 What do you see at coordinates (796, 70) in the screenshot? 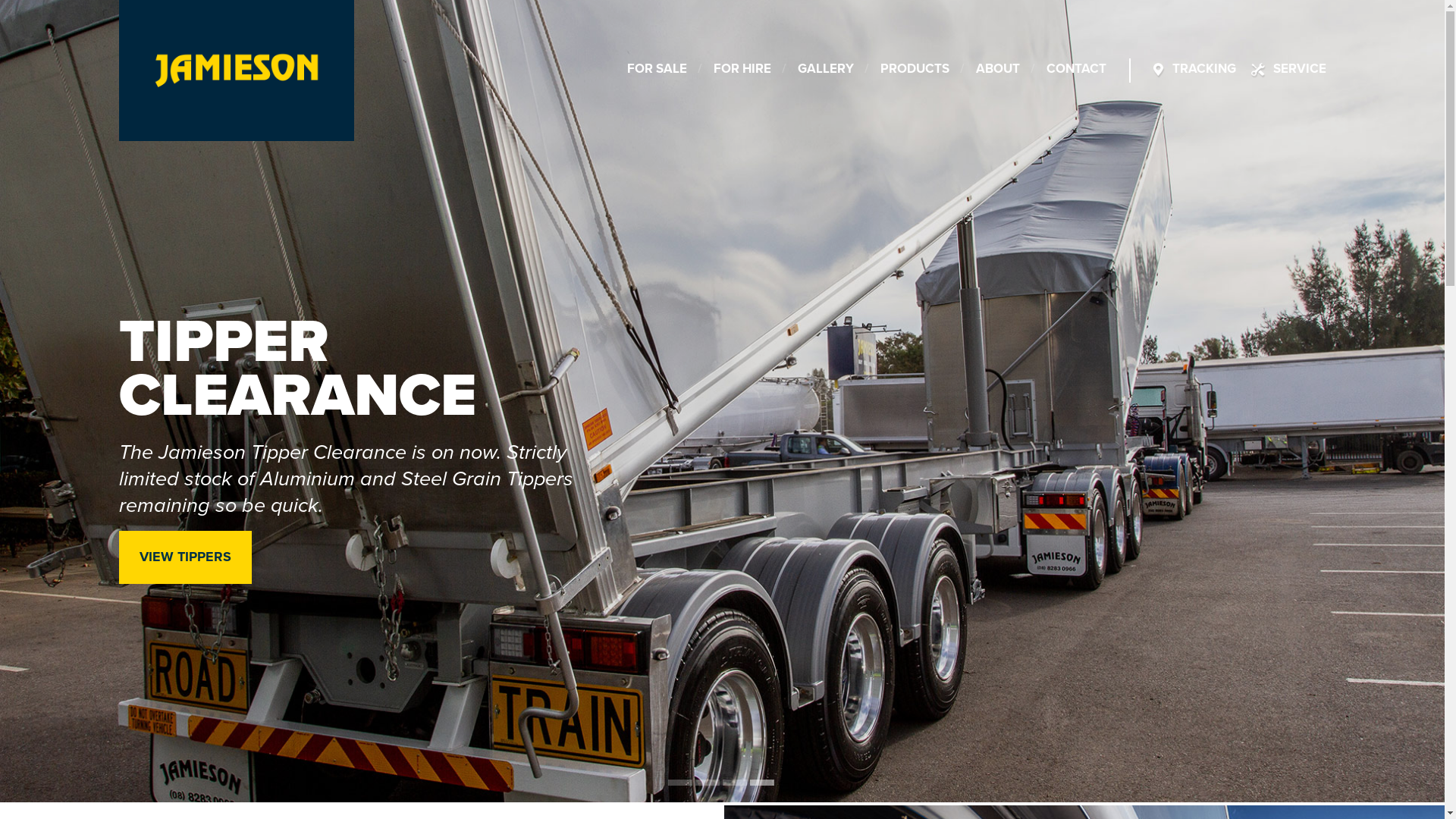
I see `'GALLERY'` at bounding box center [796, 70].